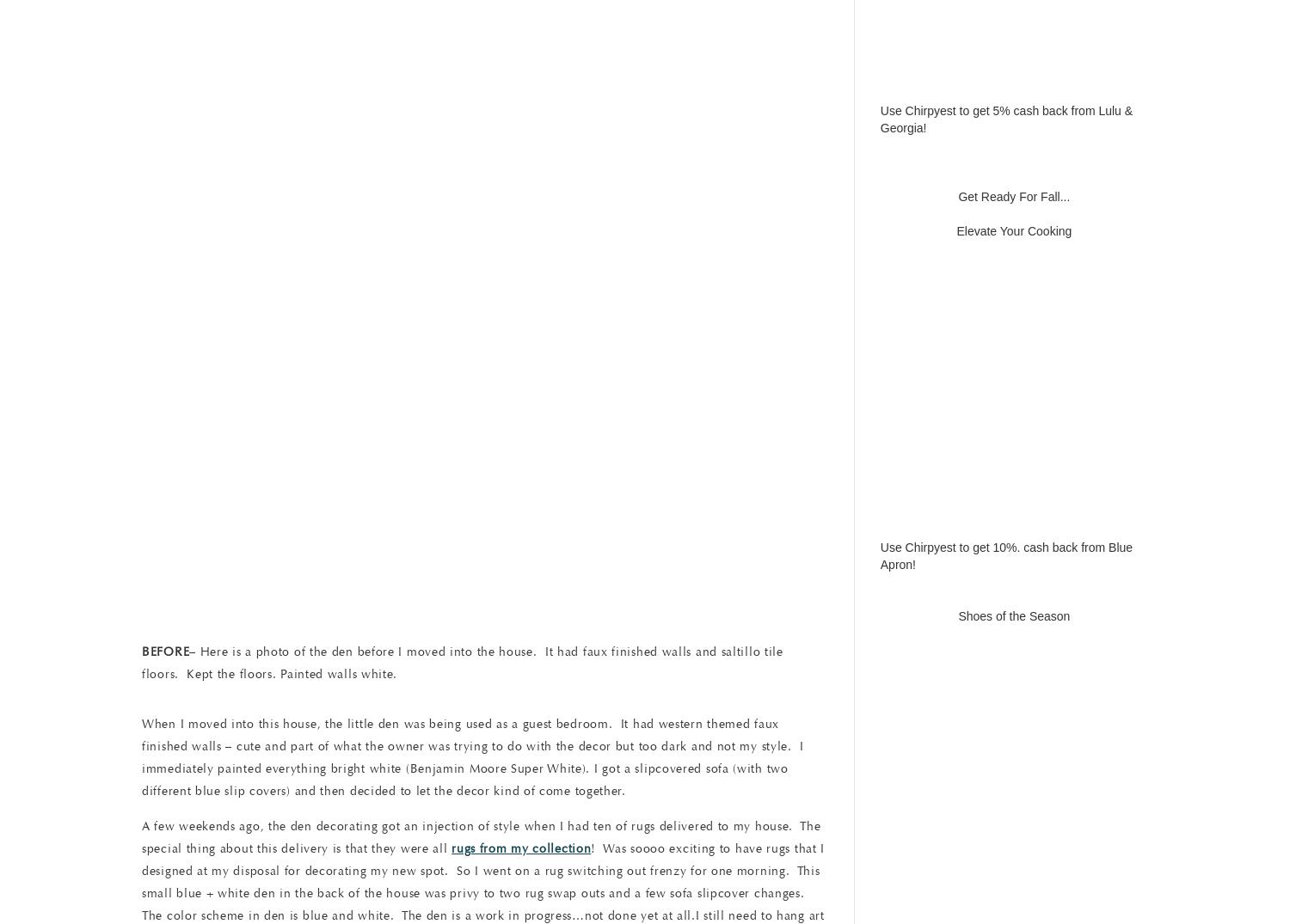 This screenshot has height=924, width=1290. Describe the element at coordinates (142, 651) in the screenshot. I see `'BEFORE'` at that location.